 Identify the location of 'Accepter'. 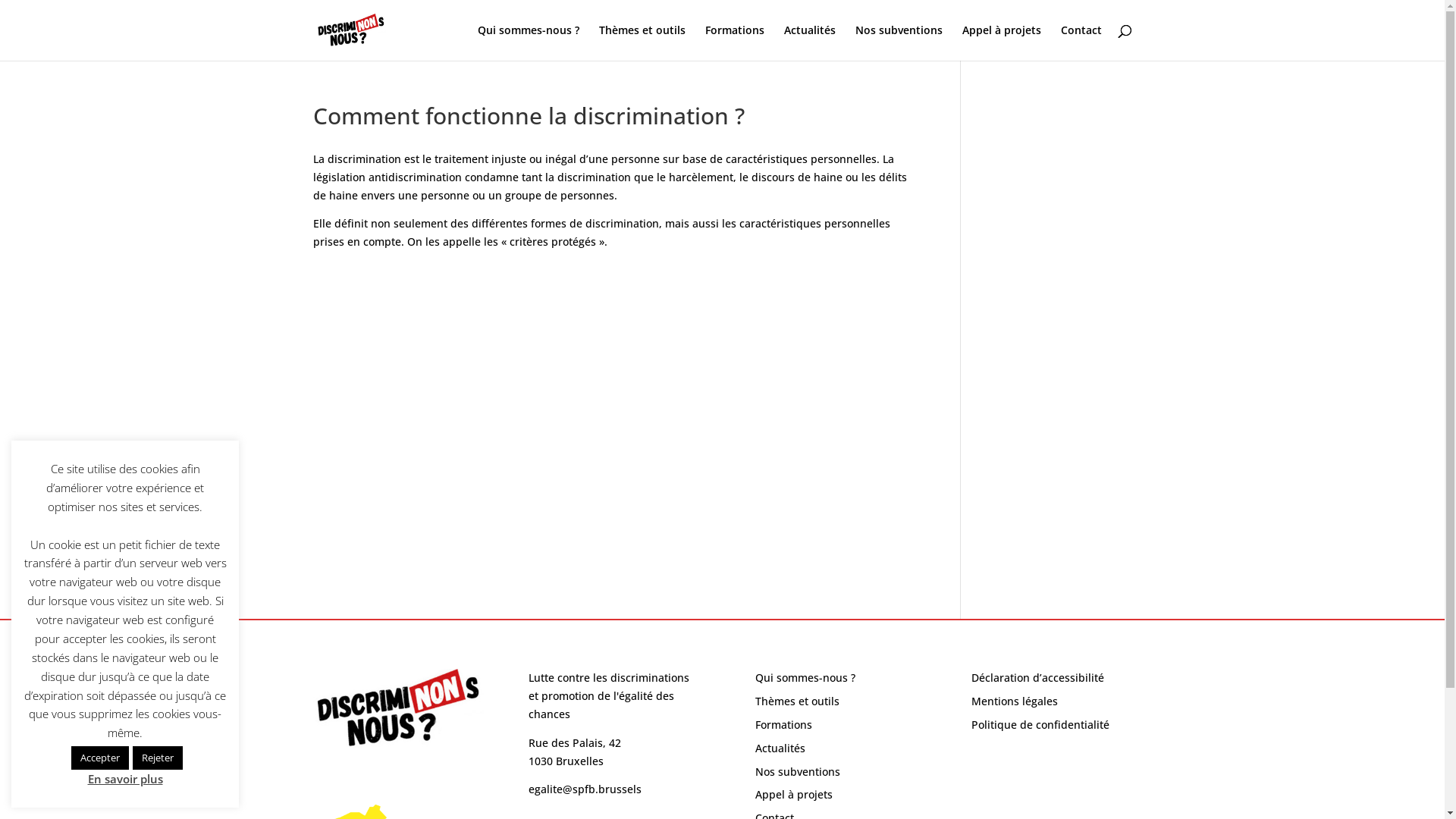
(99, 758).